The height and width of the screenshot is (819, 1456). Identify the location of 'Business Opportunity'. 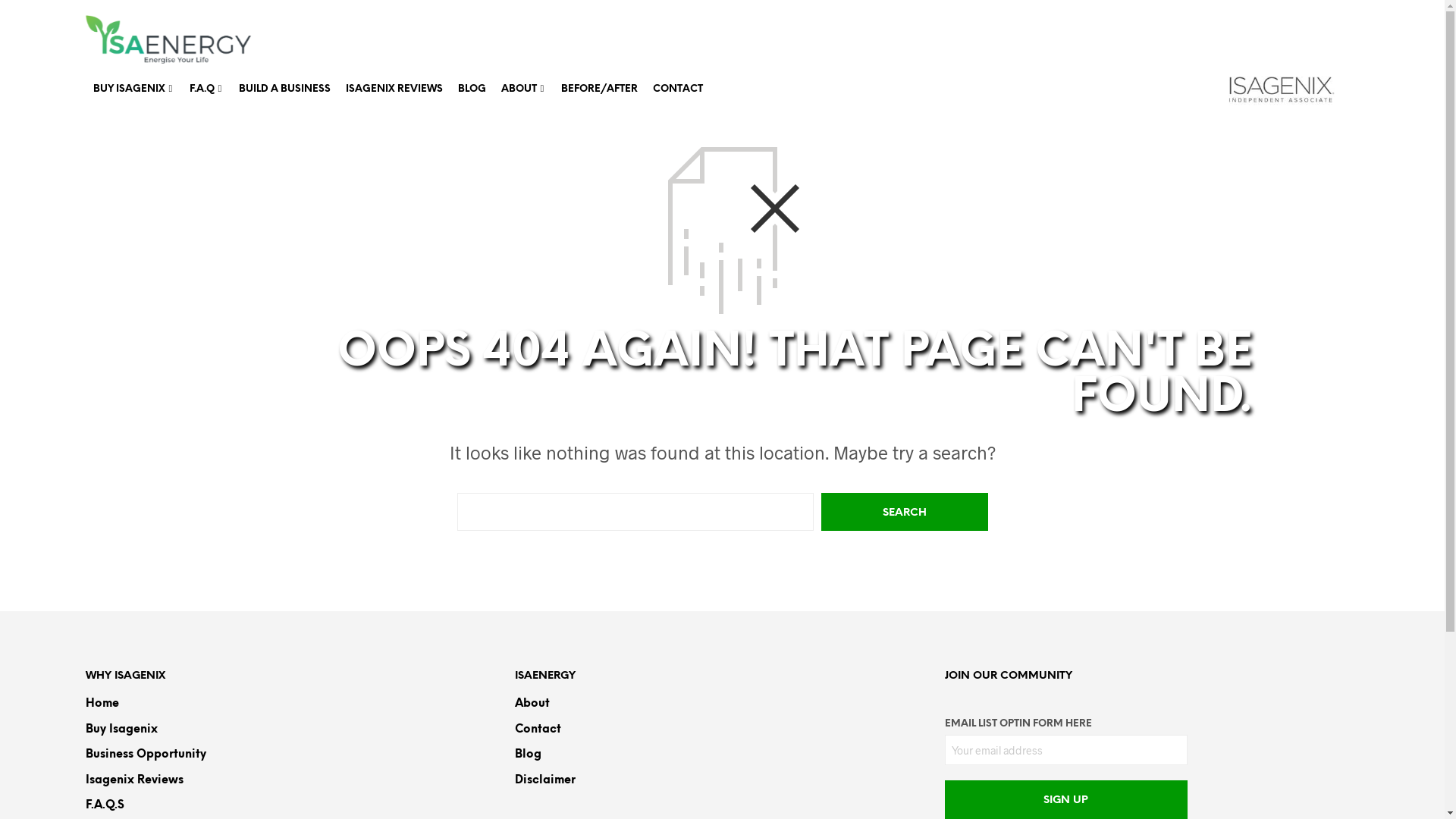
(145, 755).